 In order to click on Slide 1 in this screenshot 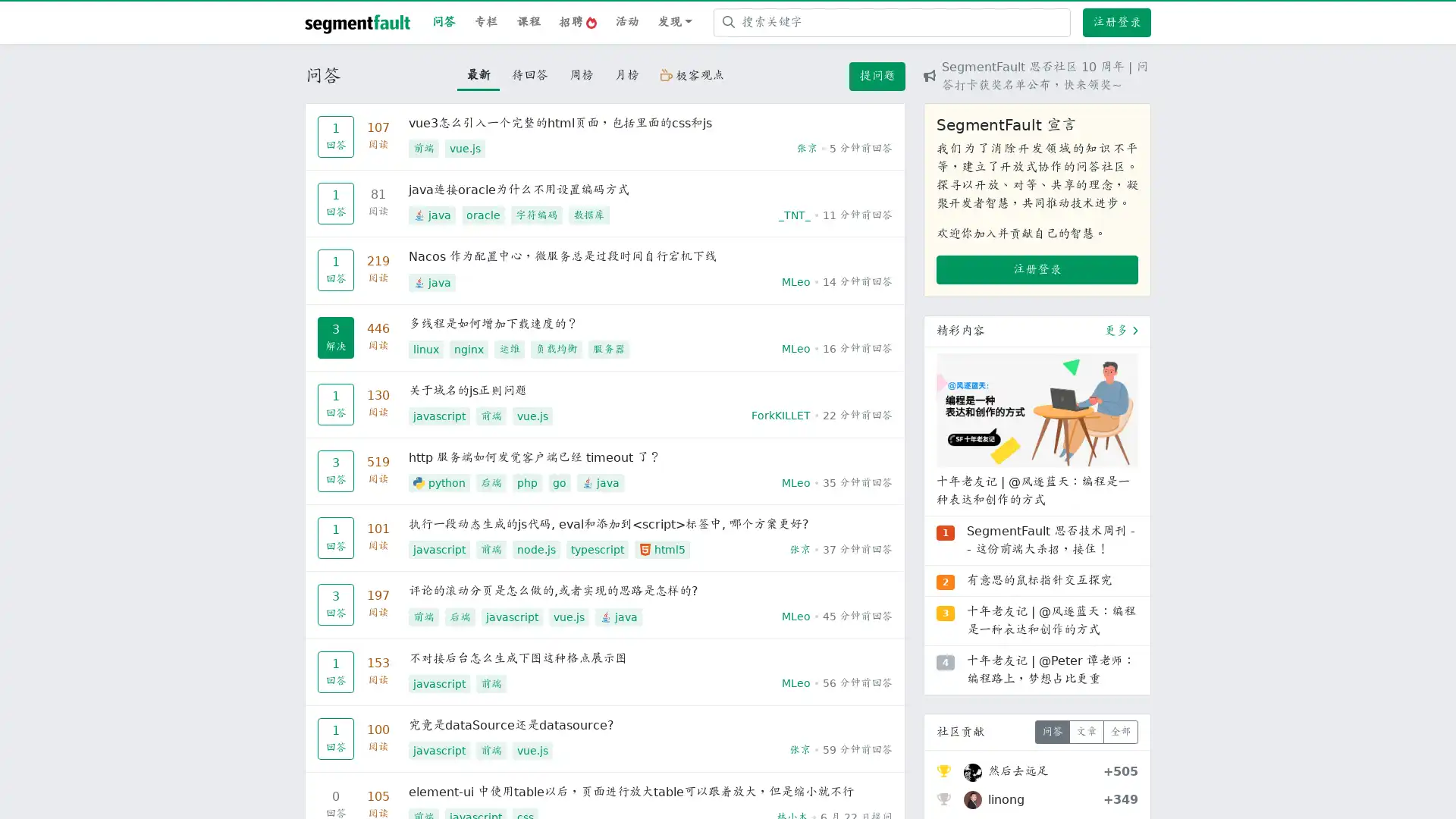, I will do `click(1009, 626)`.